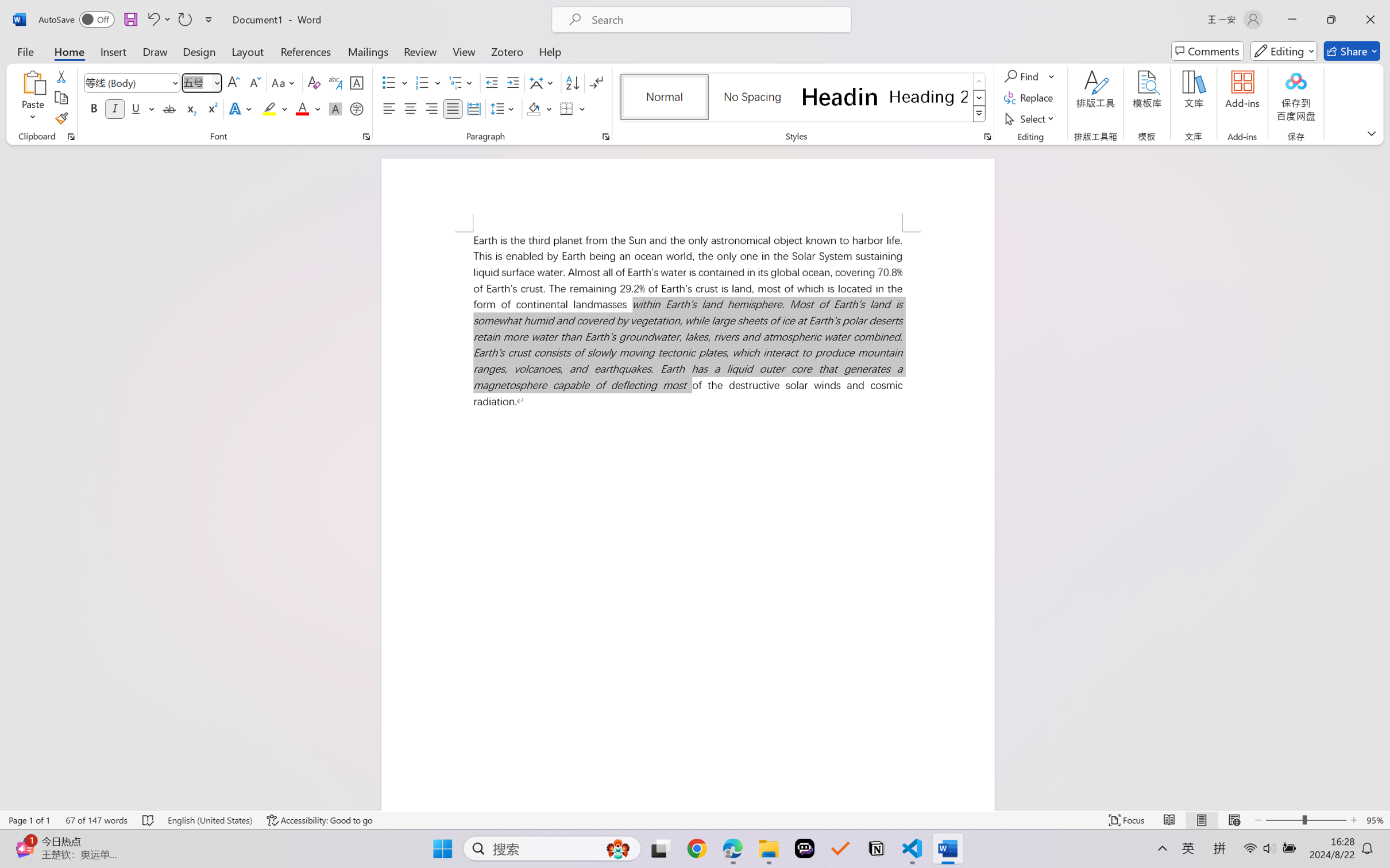  Describe the element at coordinates (462, 83) in the screenshot. I see `'Multilevel List'` at that location.